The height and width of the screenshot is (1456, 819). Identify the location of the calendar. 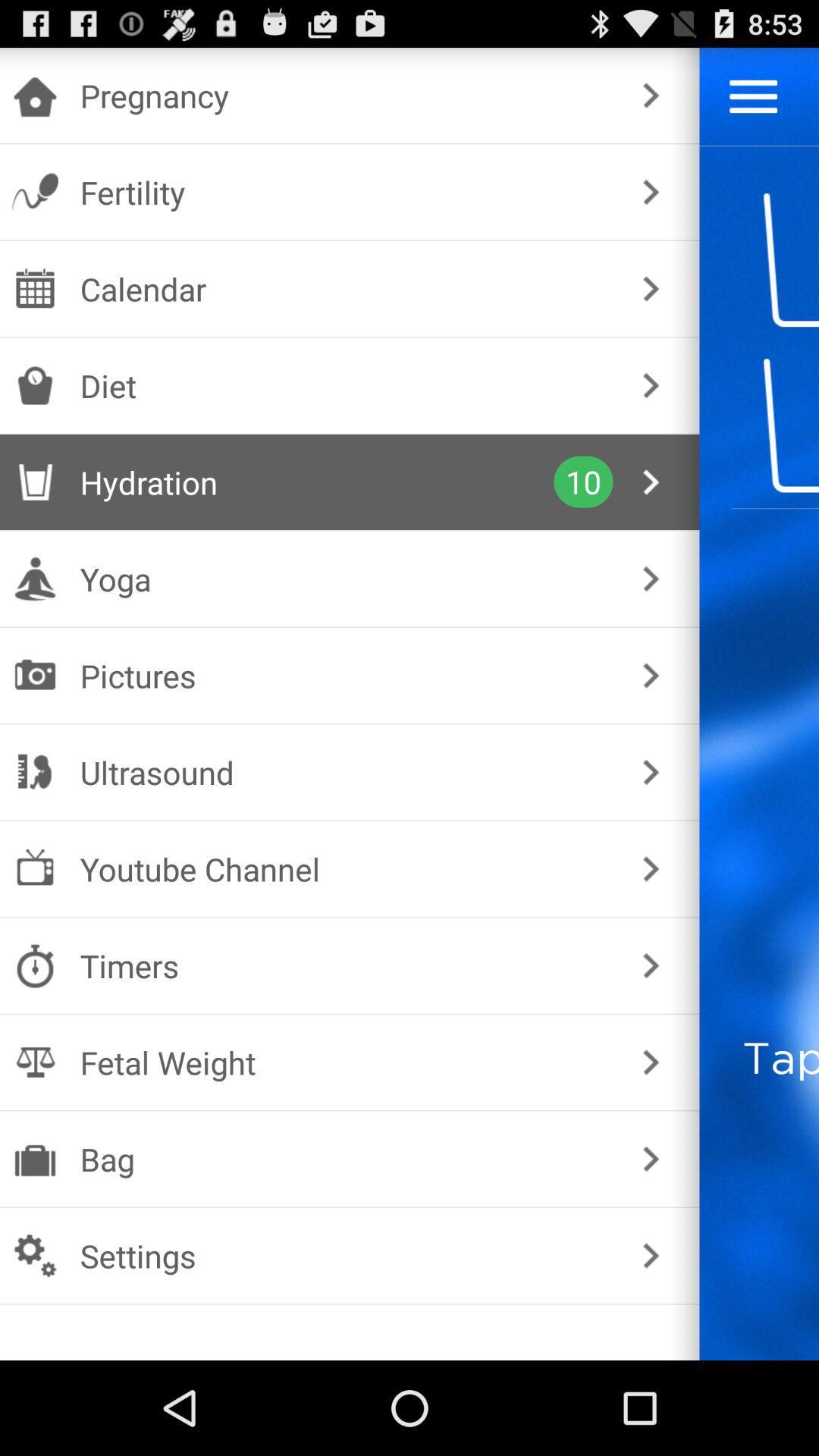
(347, 288).